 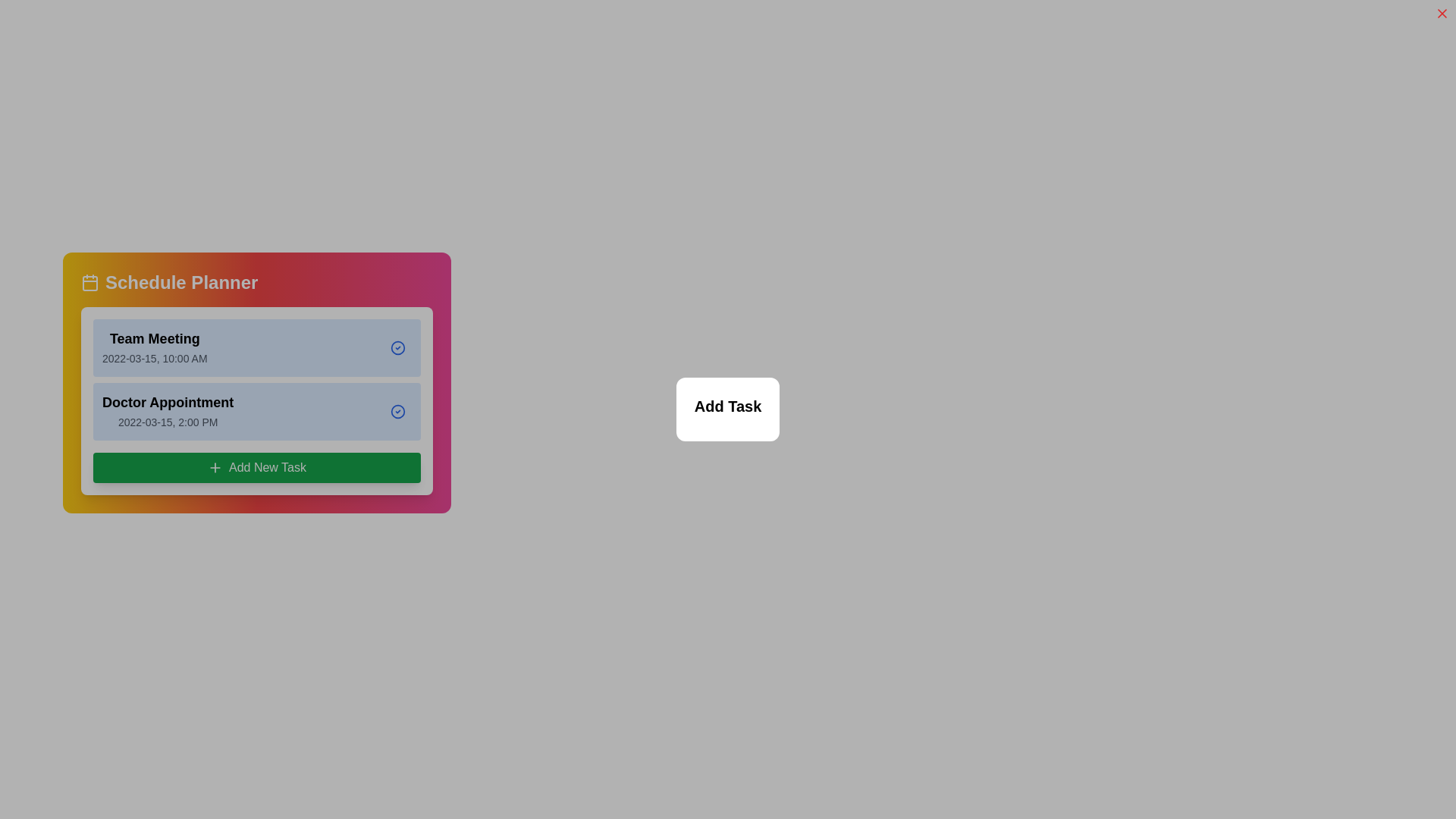 What do you see at coordinates (168, 412) in the screenshot?
I see `the Text Display element that shows appointment details, located in the second section of the 'Schedule Planner' panel, below 'Team Meeting'` at bounding box center [168, 412].